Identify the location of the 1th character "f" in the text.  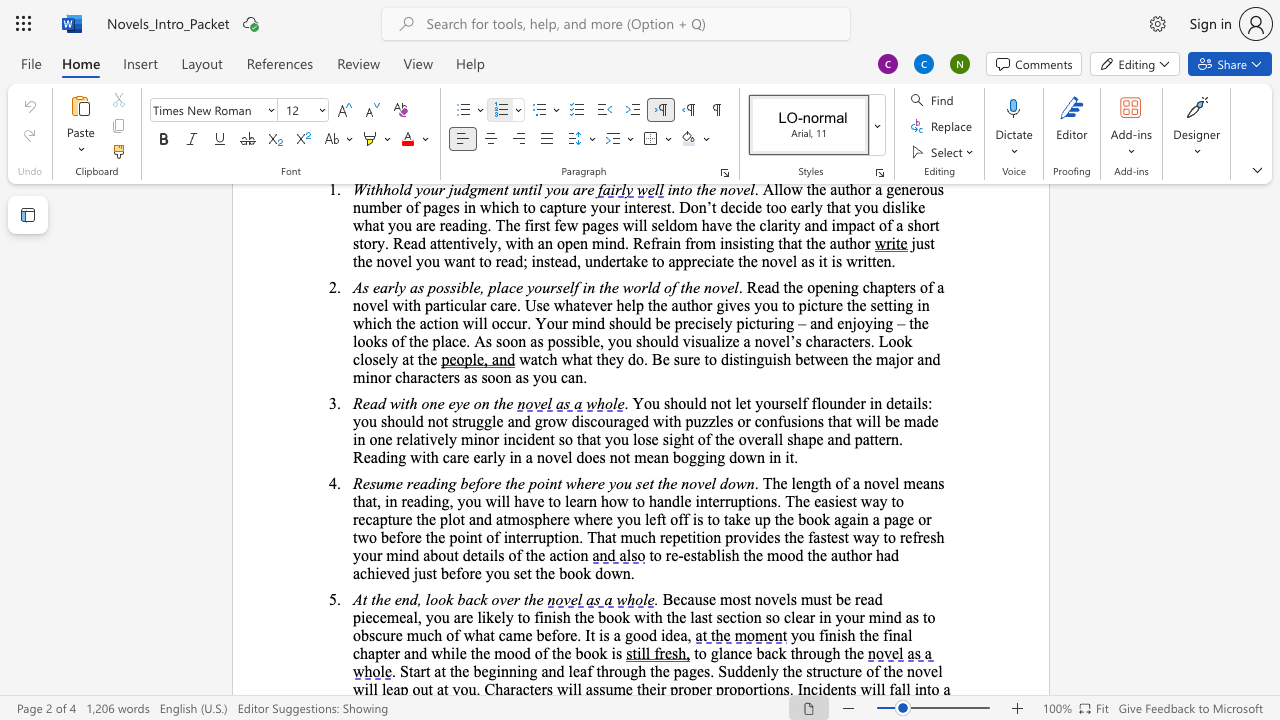
(545, 653).